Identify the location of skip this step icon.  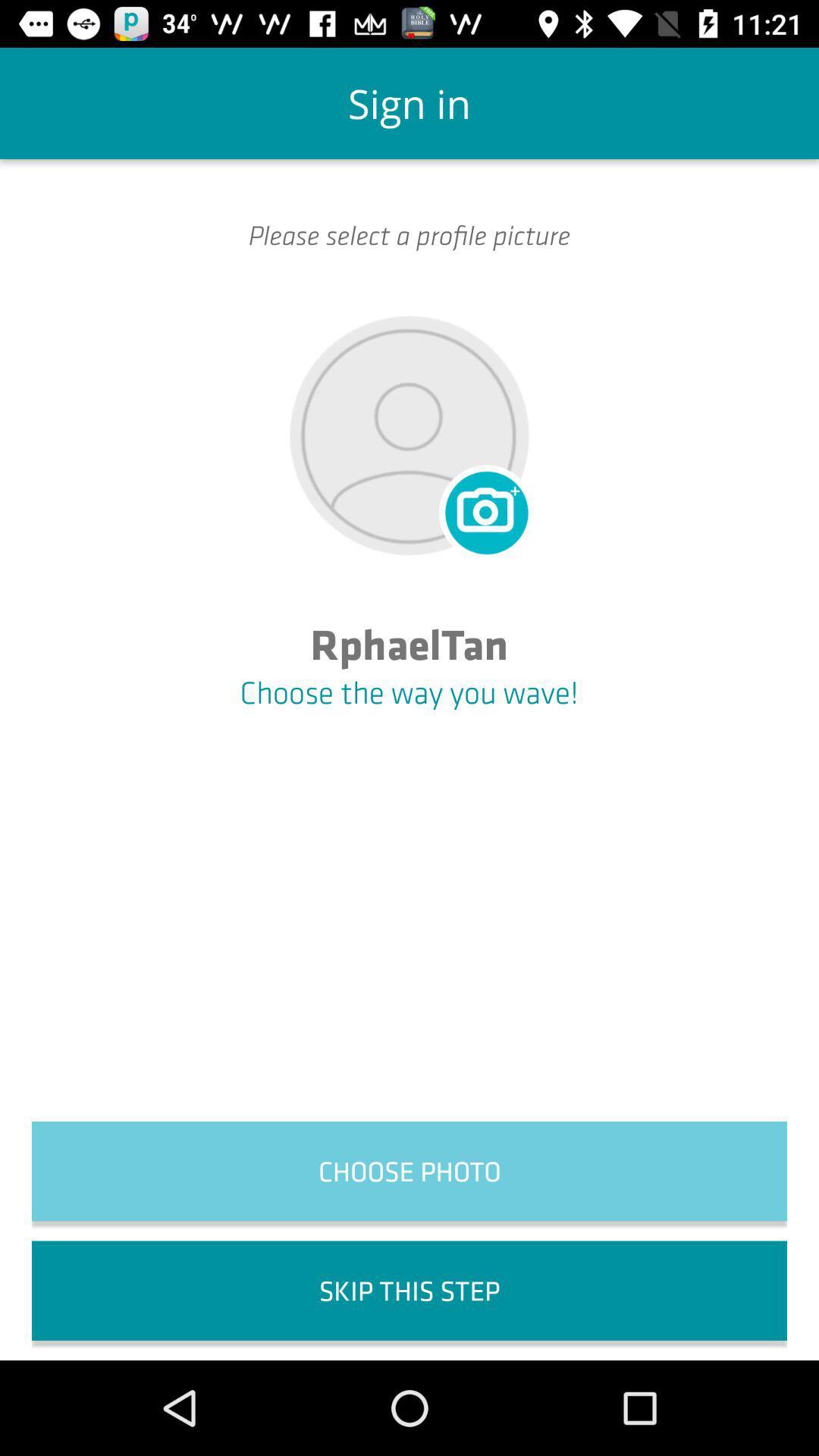
(409, 1290).